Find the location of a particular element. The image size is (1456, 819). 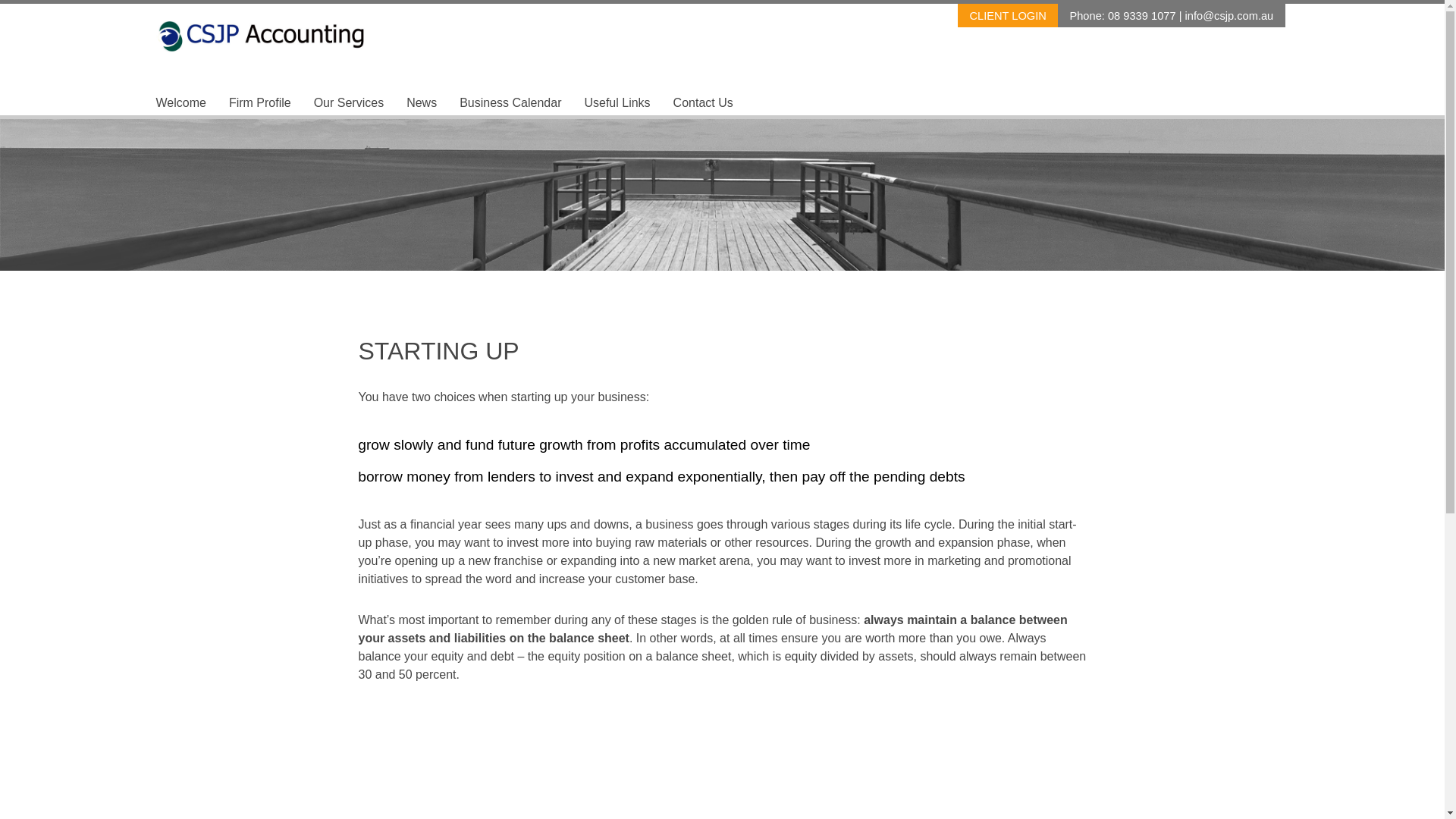

'CLIENT LOGIN' is located at coordinates (1008, 15).